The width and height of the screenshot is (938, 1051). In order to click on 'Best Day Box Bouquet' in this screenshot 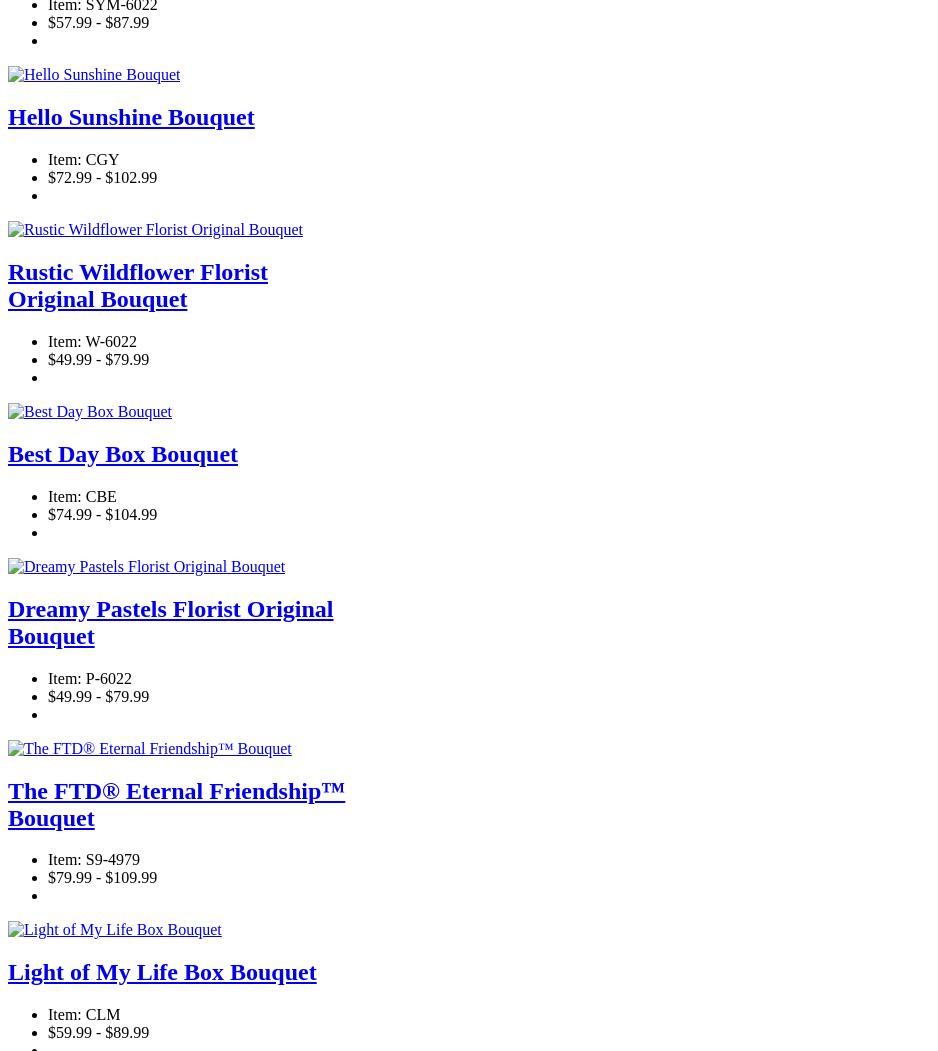, I will do `click(121, 451)`.